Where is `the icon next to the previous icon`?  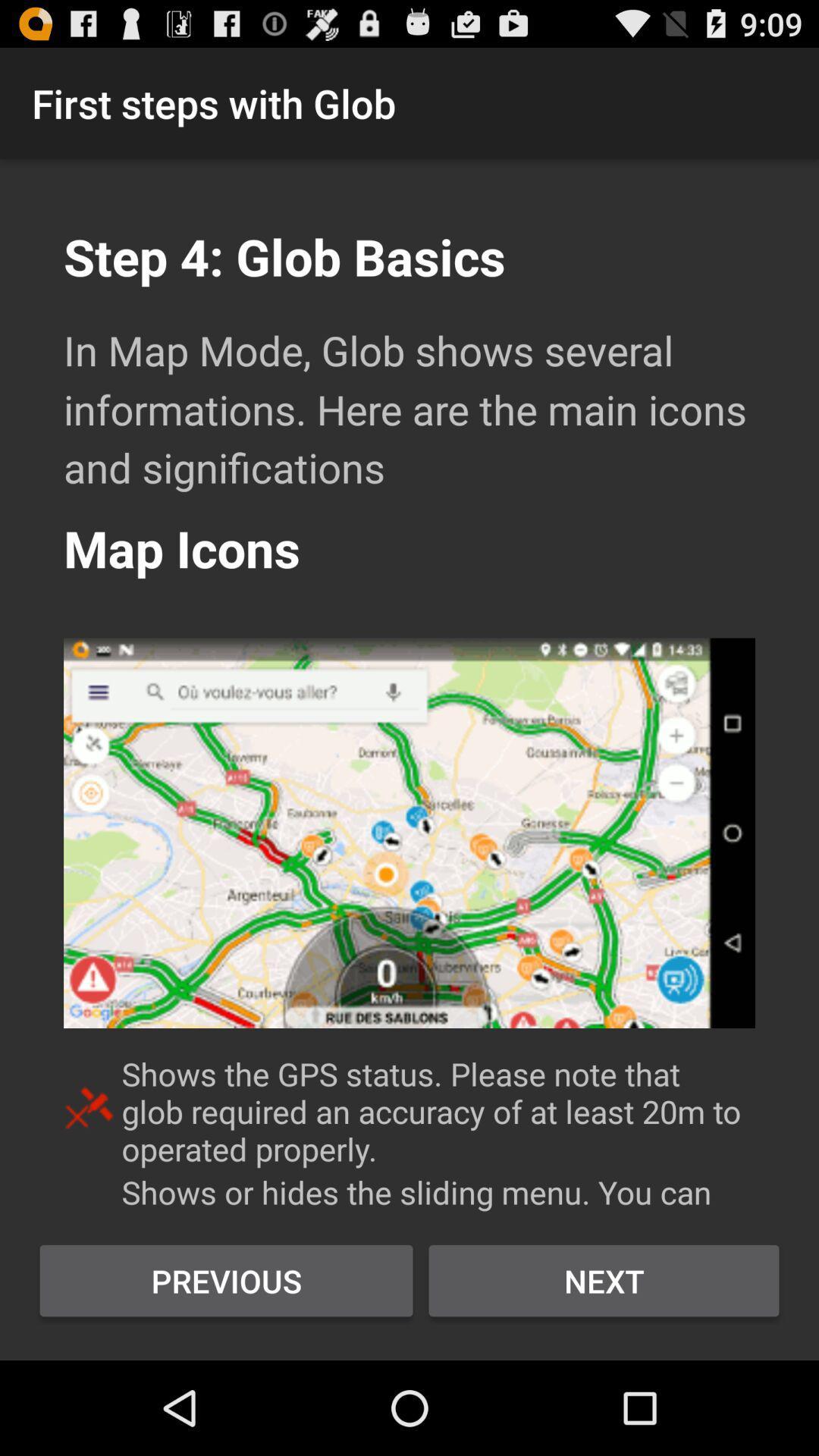 the icon next to the previous icon is located at coordinates (603, 1280).